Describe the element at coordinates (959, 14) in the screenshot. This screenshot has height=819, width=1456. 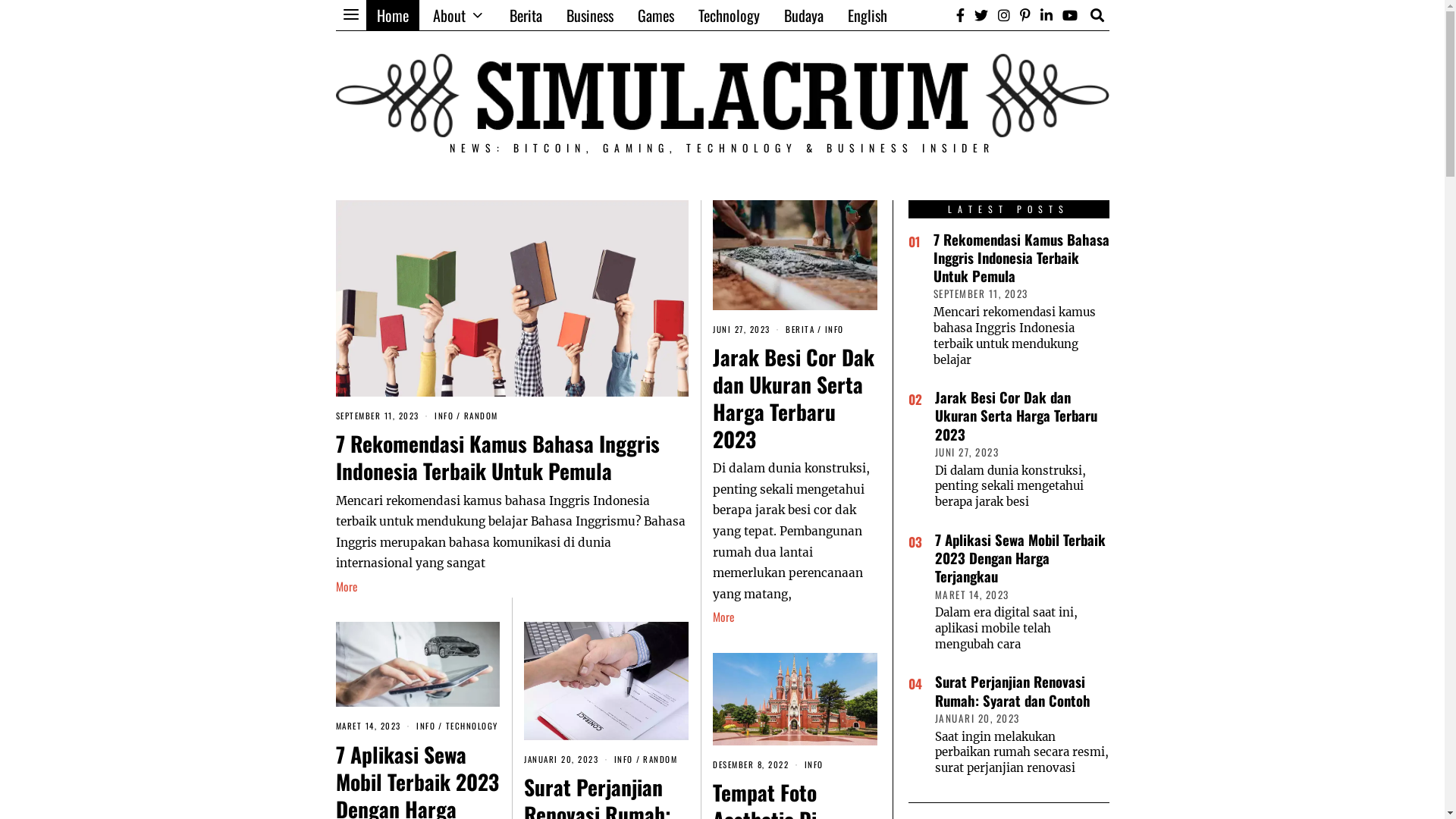
I see `'Facebook'` at that location.